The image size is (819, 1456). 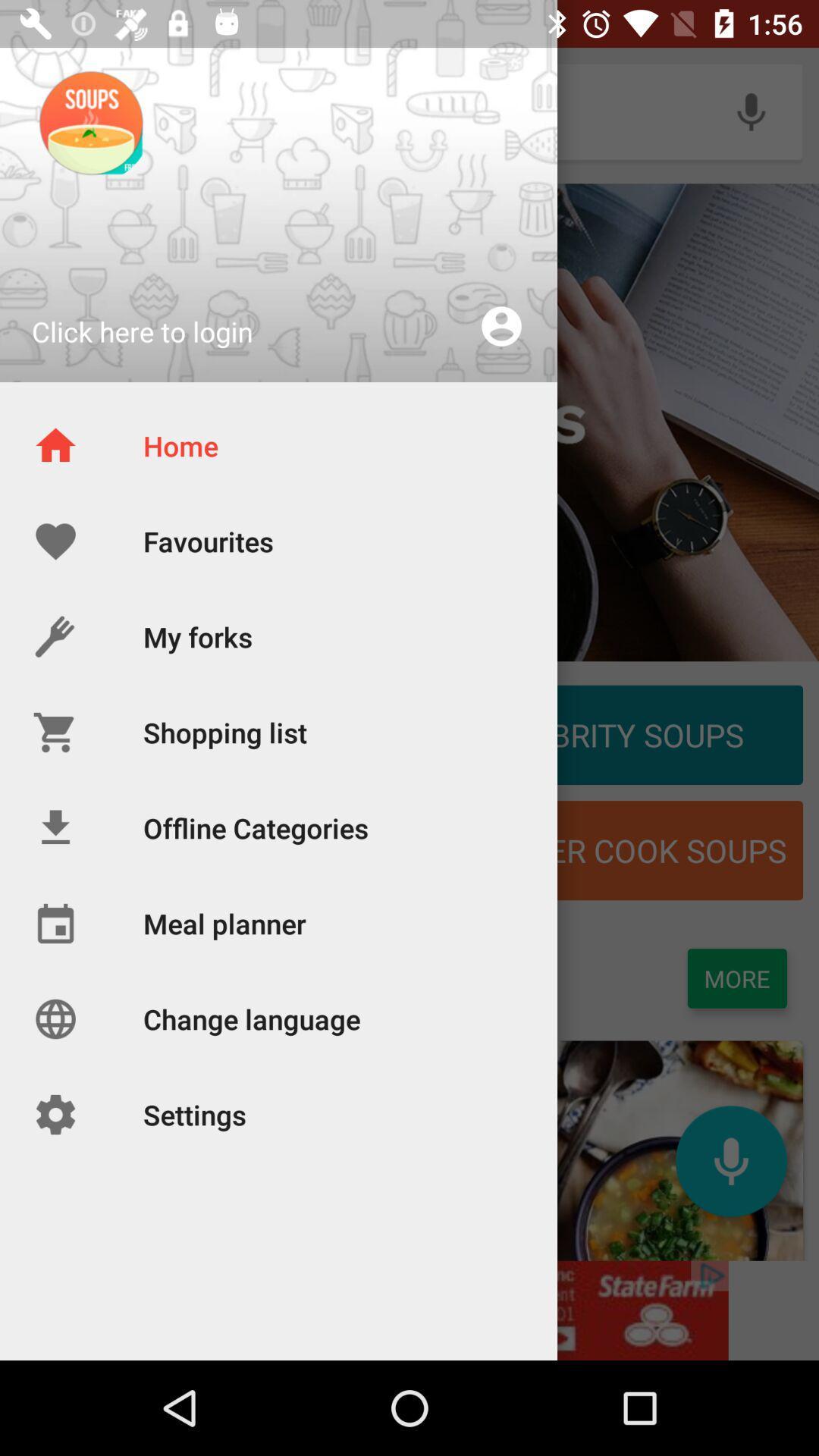 I want to click on the microphone icon, so click(x=751, y=111).